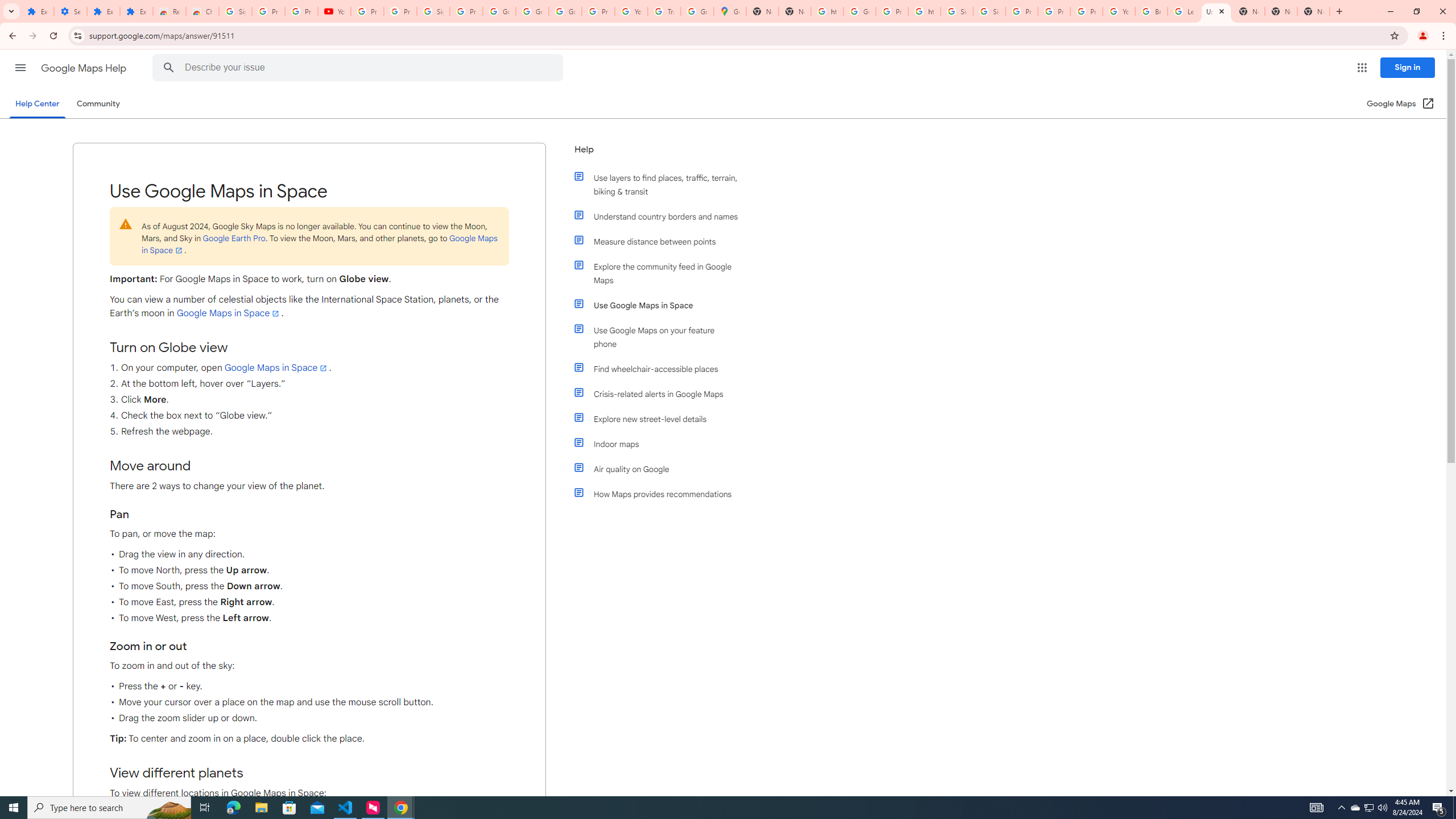  What do you see at coordinates (661, 336) in the screenshot?
I see `'Use Google Maps on your feature phone'` at bounding box center [661, 336].